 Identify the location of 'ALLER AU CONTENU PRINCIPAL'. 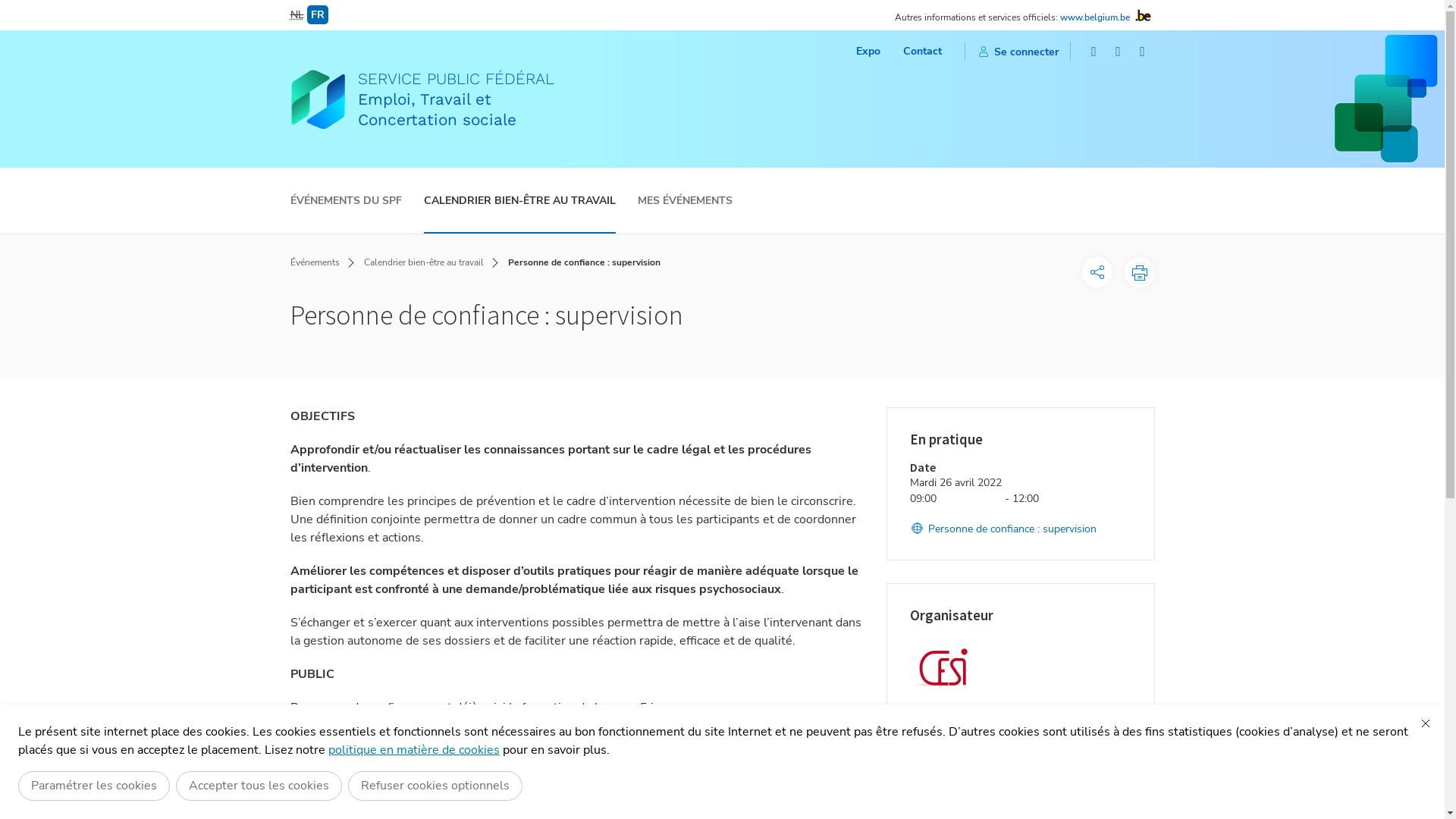
(720, 8).